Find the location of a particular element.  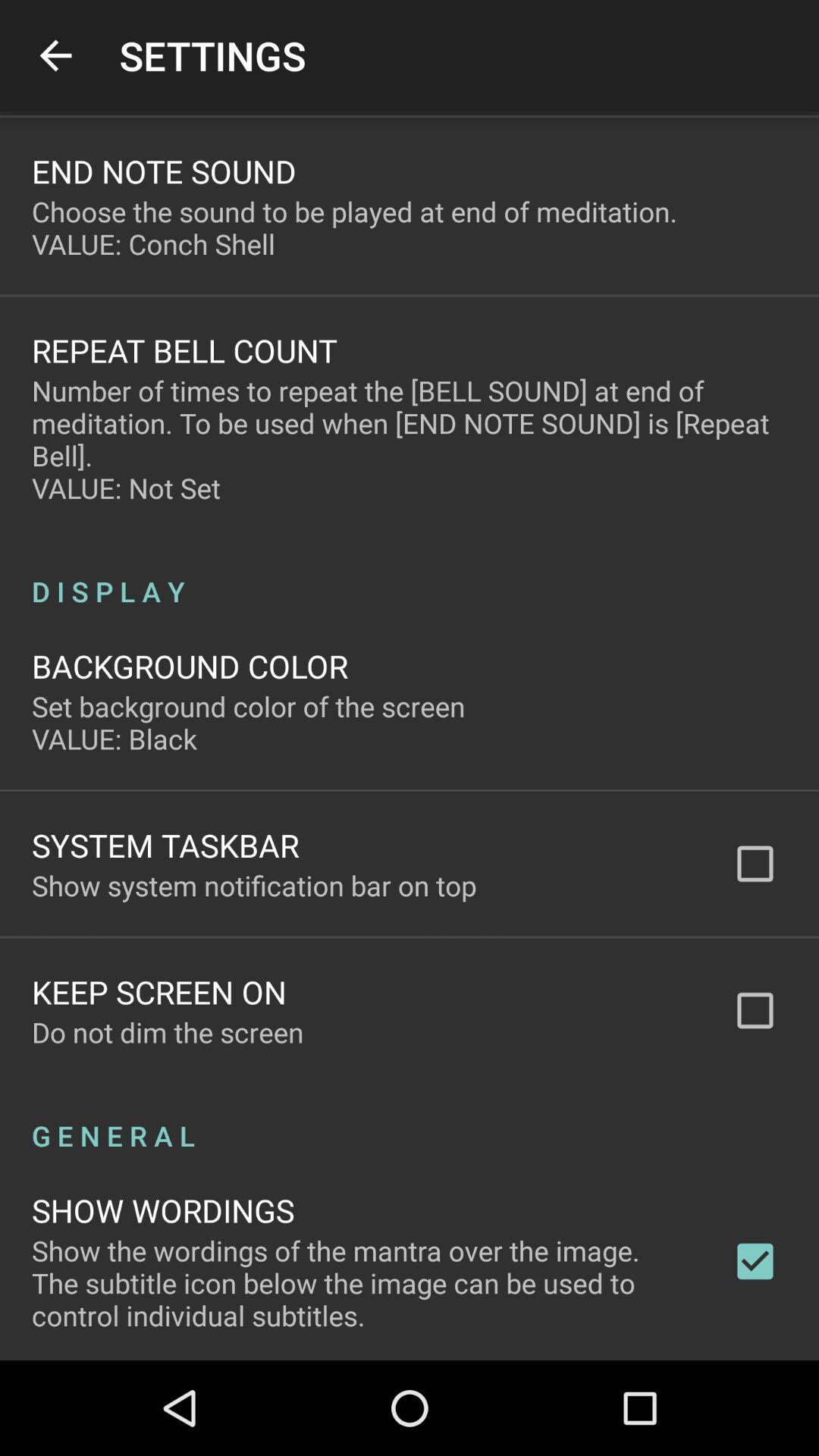

the item above the end note sound is located at coordinates (55, 55).